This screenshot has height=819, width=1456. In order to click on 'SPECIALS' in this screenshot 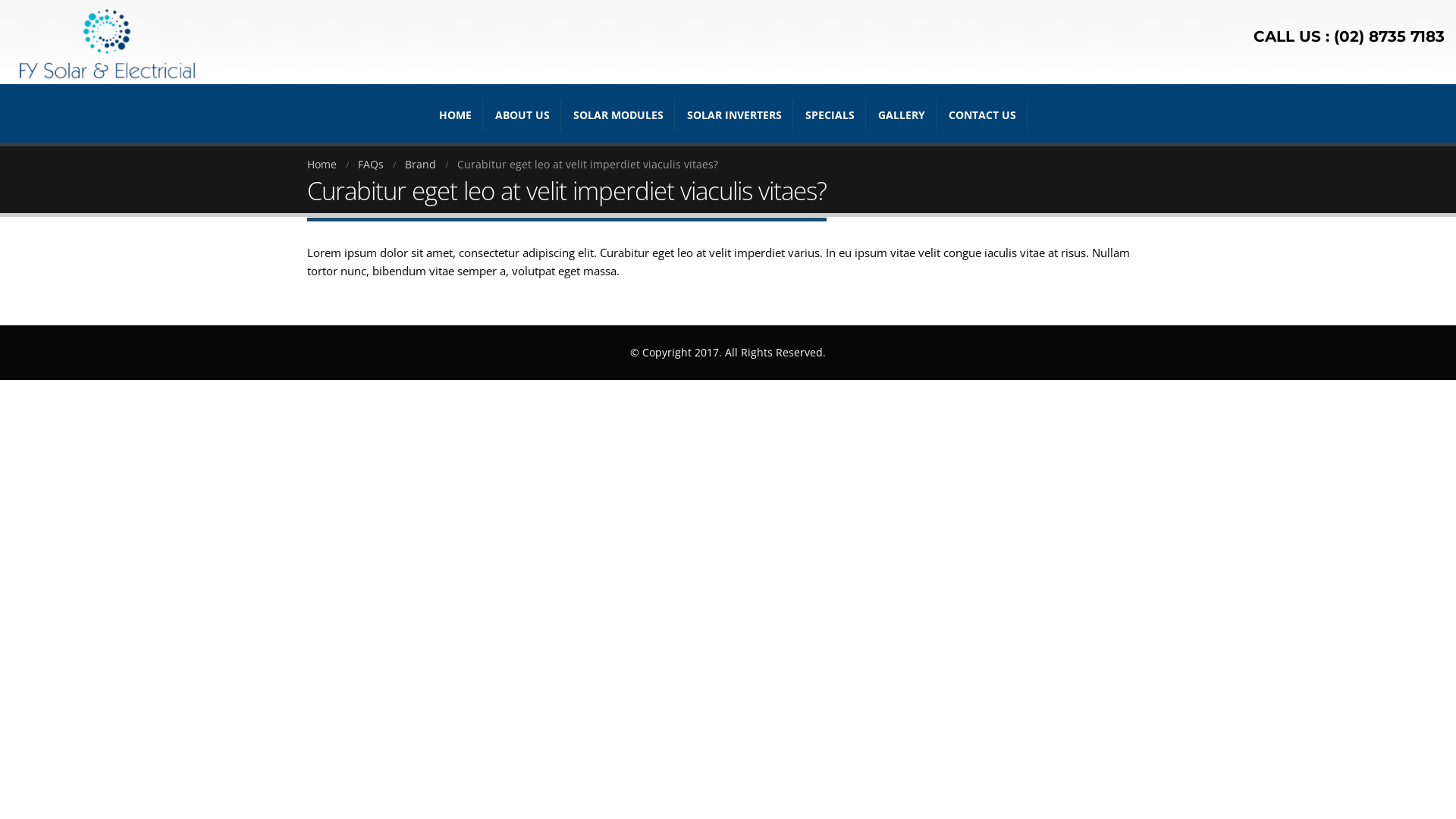, I will do `click(793, 114)`.